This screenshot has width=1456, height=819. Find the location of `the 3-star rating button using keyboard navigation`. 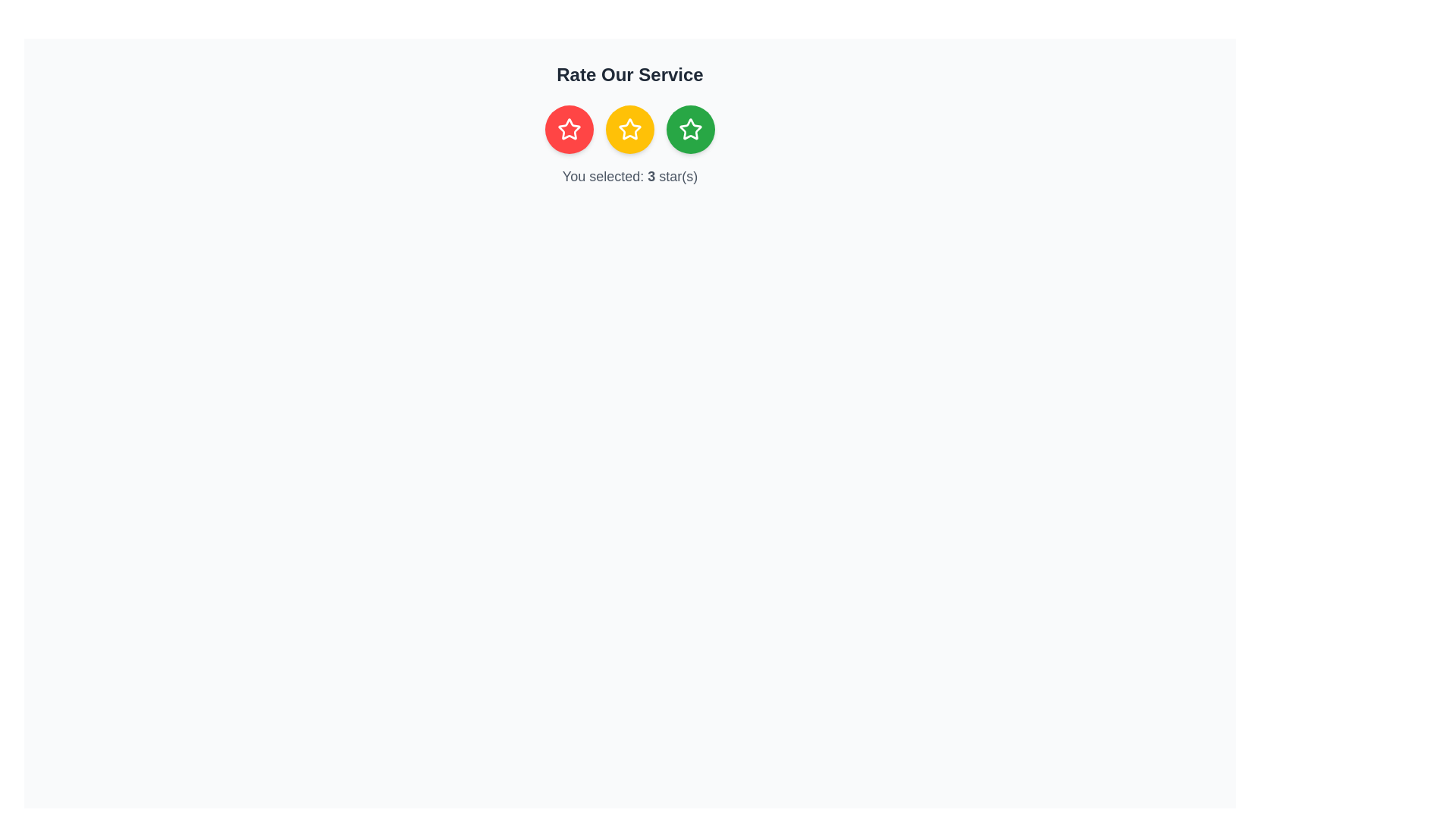

the 3-star rating button using keyboard navigation is located at coordinates (629, 128).